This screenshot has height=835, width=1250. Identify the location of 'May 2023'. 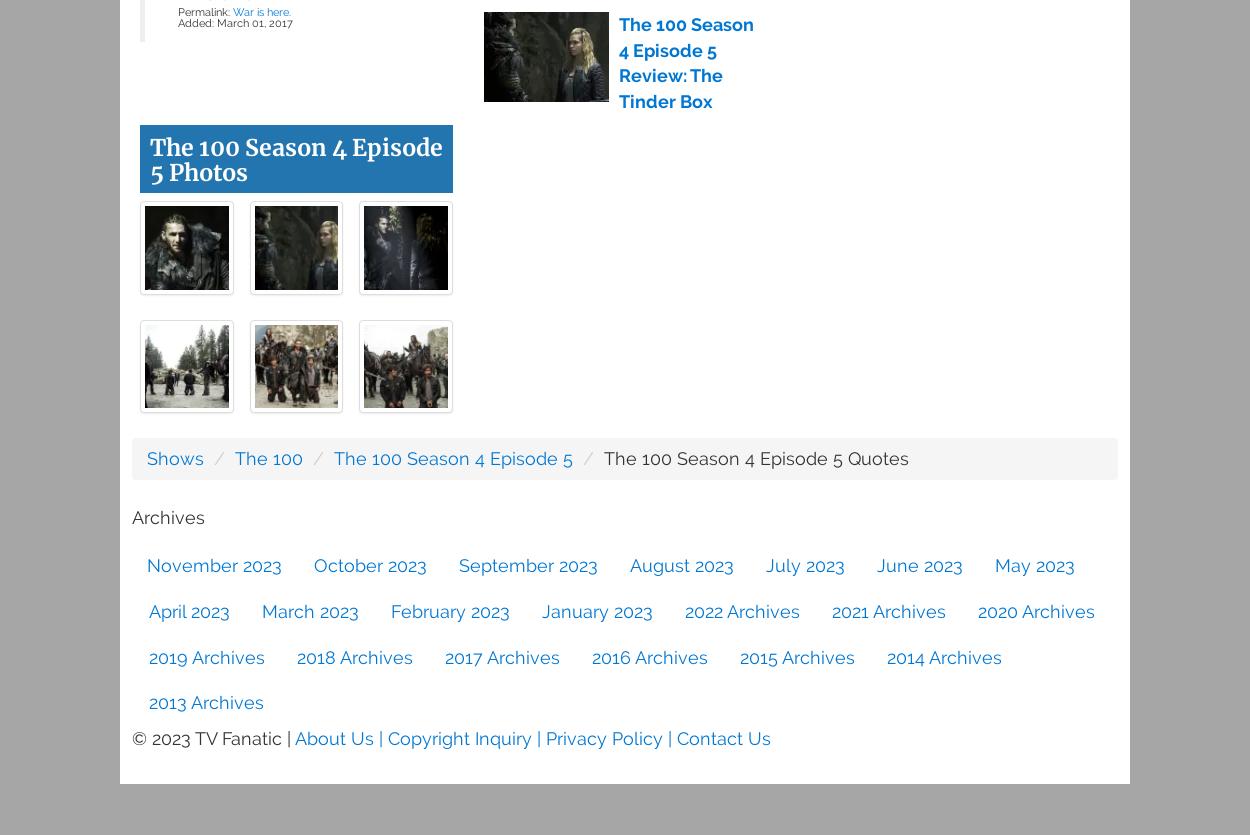
(1035, 565).